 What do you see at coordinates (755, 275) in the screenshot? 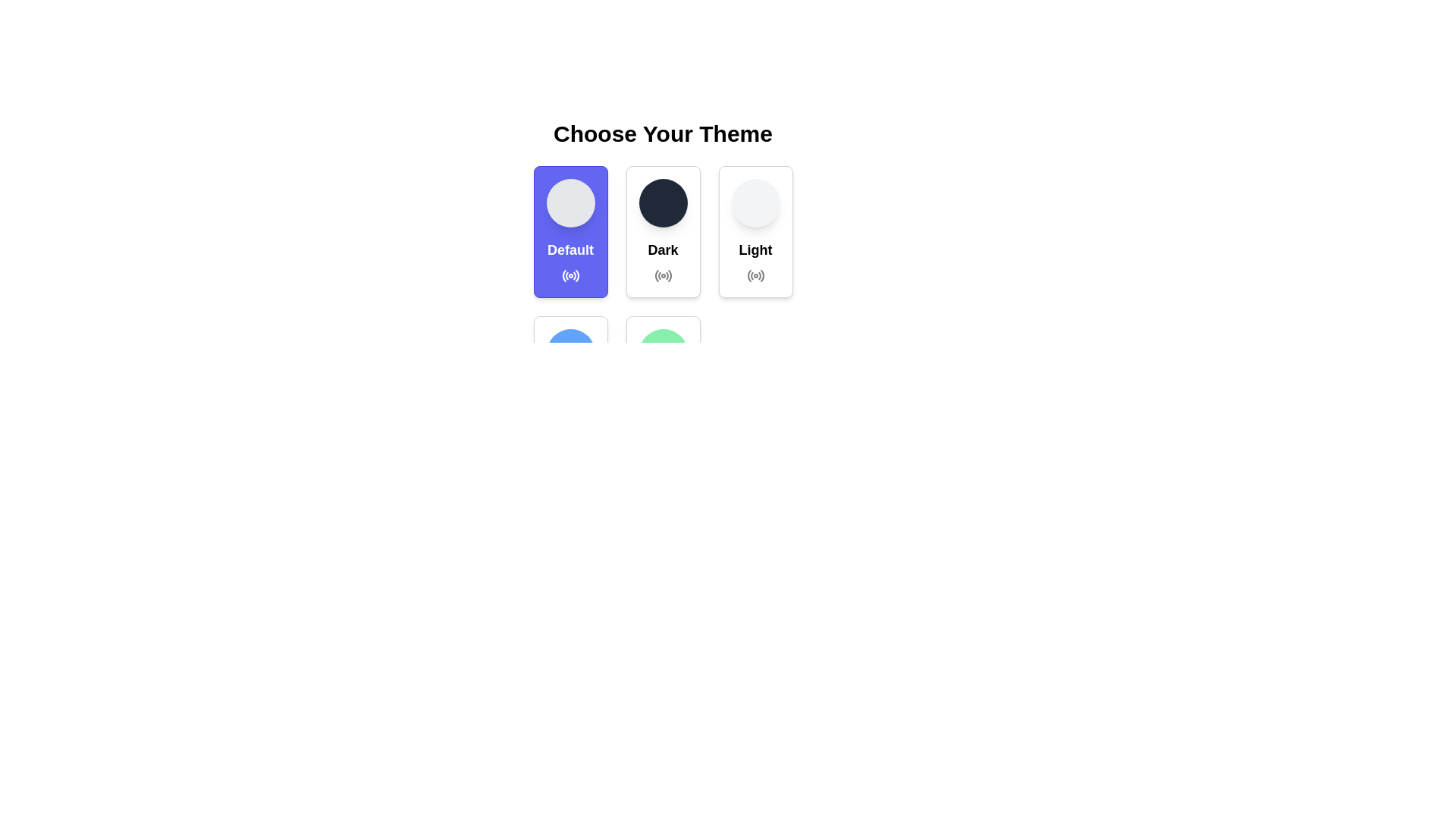
I see `the third option in the row of theme selectors labeled 'Light', which functions as a marker for selecting the 'Light' theme` at bounding box center [755, 275].